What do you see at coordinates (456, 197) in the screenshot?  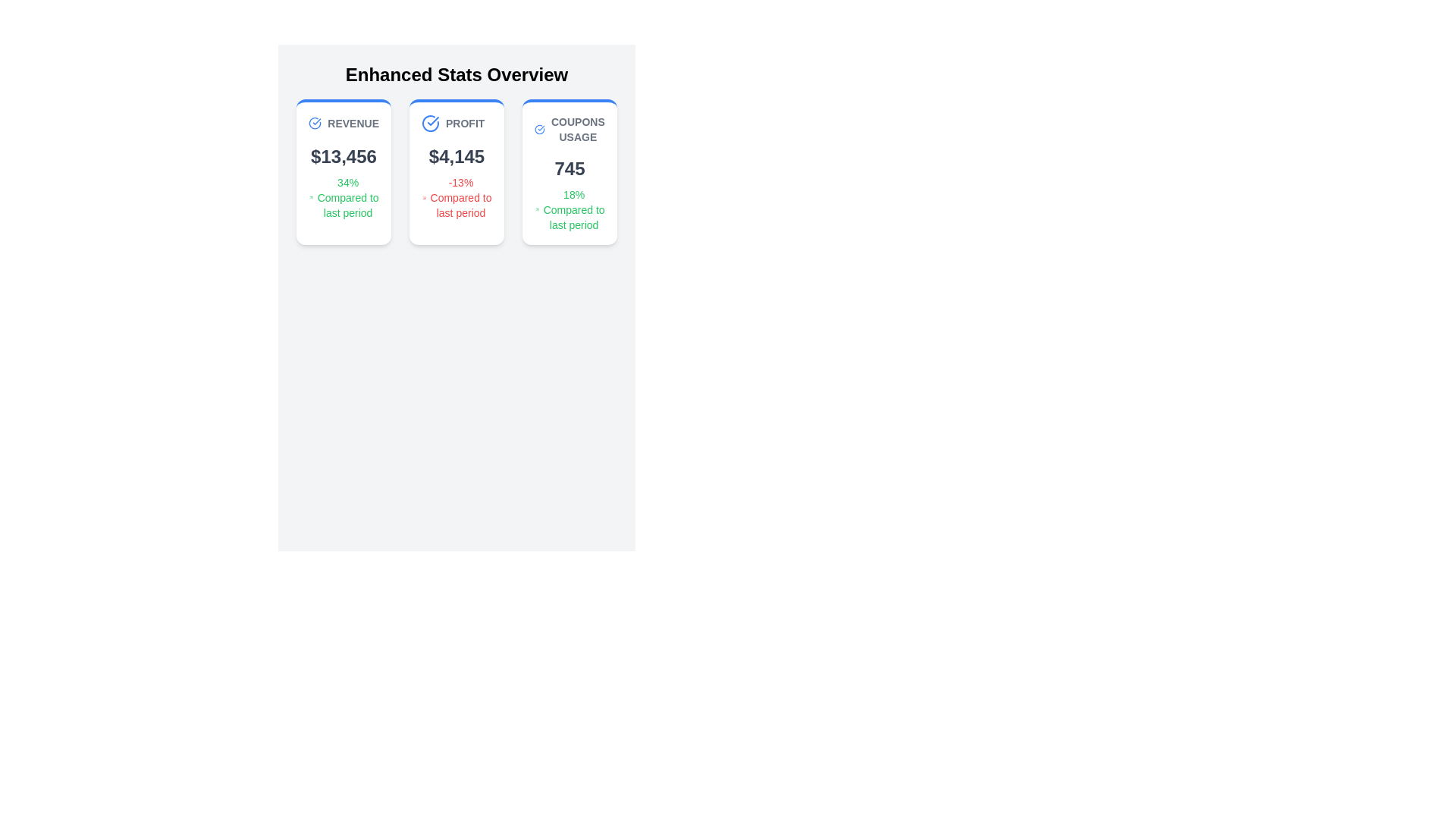 I see `the Text with icon displaying a comparative percentage change indicating a decrease in profitability, located below the '$4,145' text in the 'Profit' card` at bounding box center [456, 197].